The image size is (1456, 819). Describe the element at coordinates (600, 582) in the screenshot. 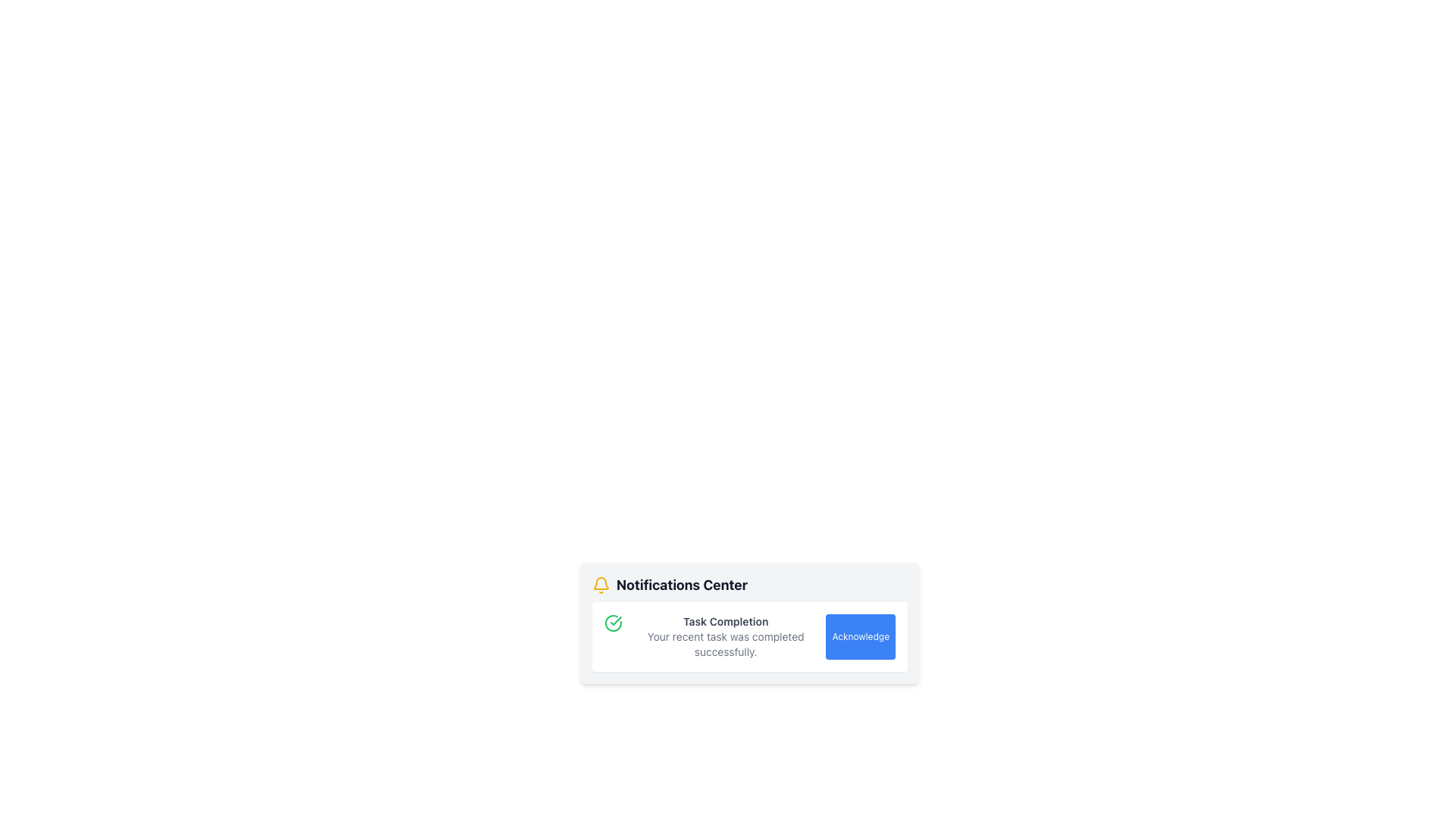

I see `the yellow bell icon located at the top-left corner of the notification panel` at that location.